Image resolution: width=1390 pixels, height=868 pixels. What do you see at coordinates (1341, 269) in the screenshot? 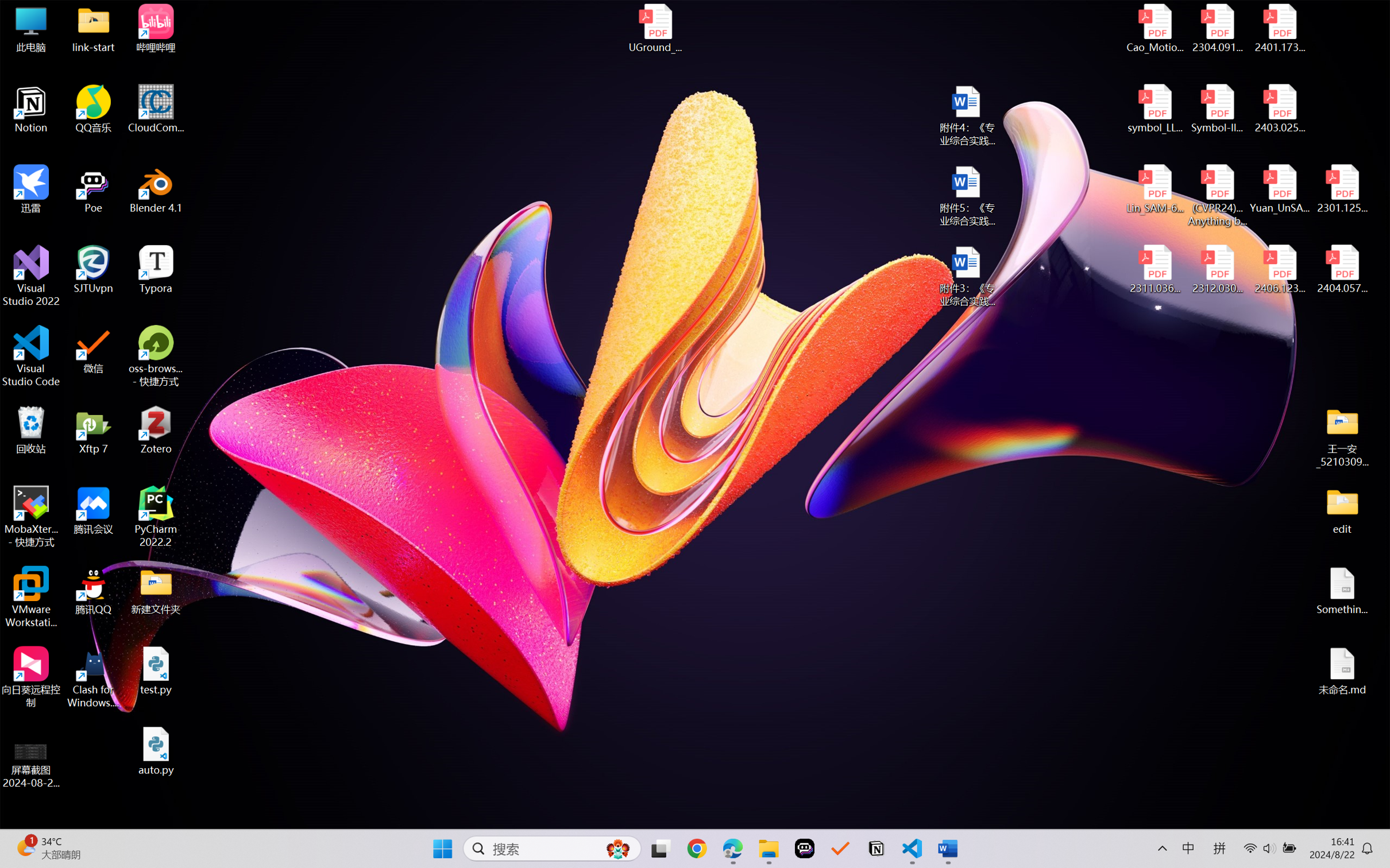
I see `'2404.05719v1.pdf'` at bounding box center [1341, 269].